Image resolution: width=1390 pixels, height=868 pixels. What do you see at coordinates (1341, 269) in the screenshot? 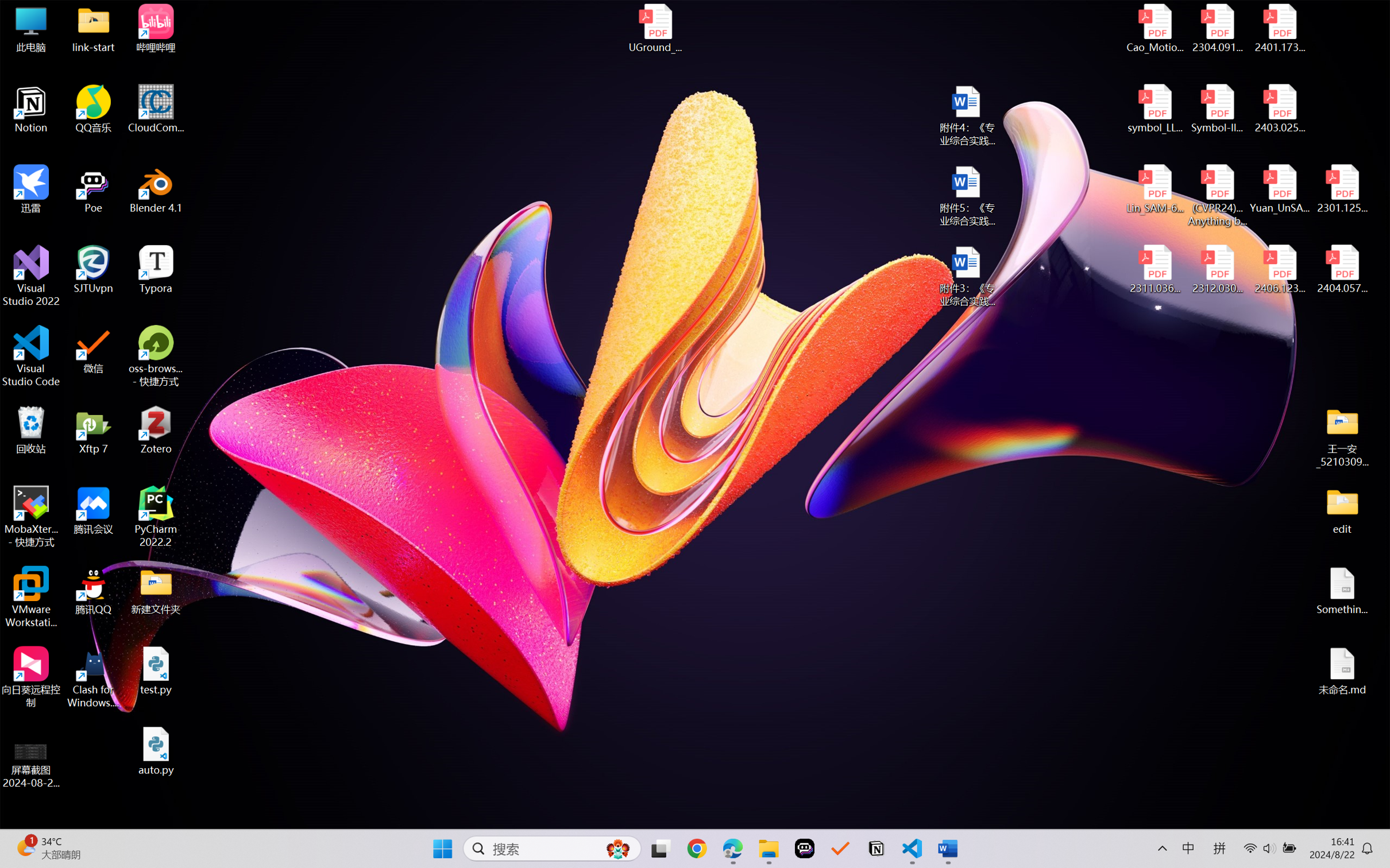
I see `'2404.05719v1.pdf'` at bounding box center [1341, 269].